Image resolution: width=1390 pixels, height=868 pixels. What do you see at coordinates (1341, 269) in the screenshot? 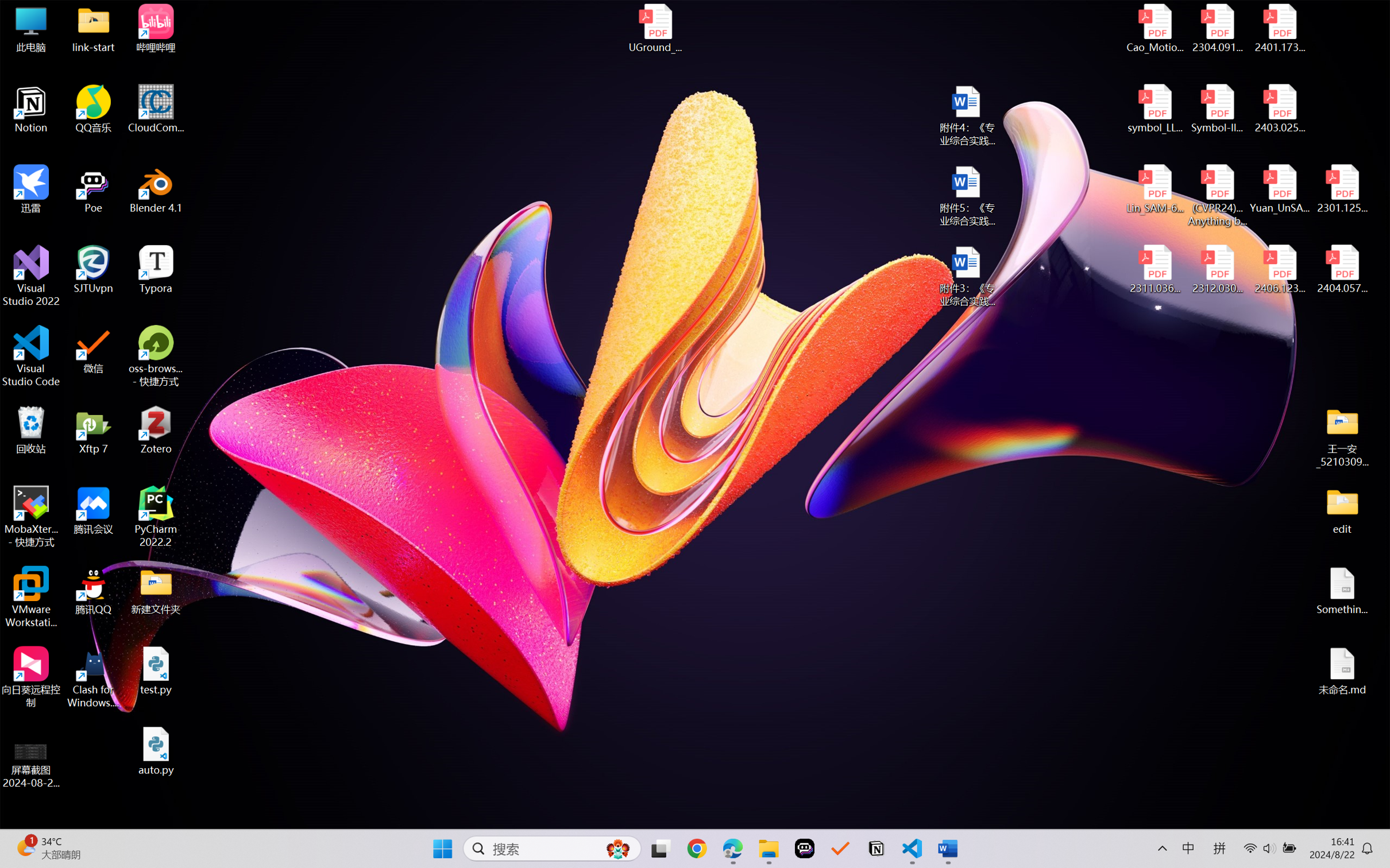
I see `'2404.05719v1.pdf'` at bounding box center [1341, 269].